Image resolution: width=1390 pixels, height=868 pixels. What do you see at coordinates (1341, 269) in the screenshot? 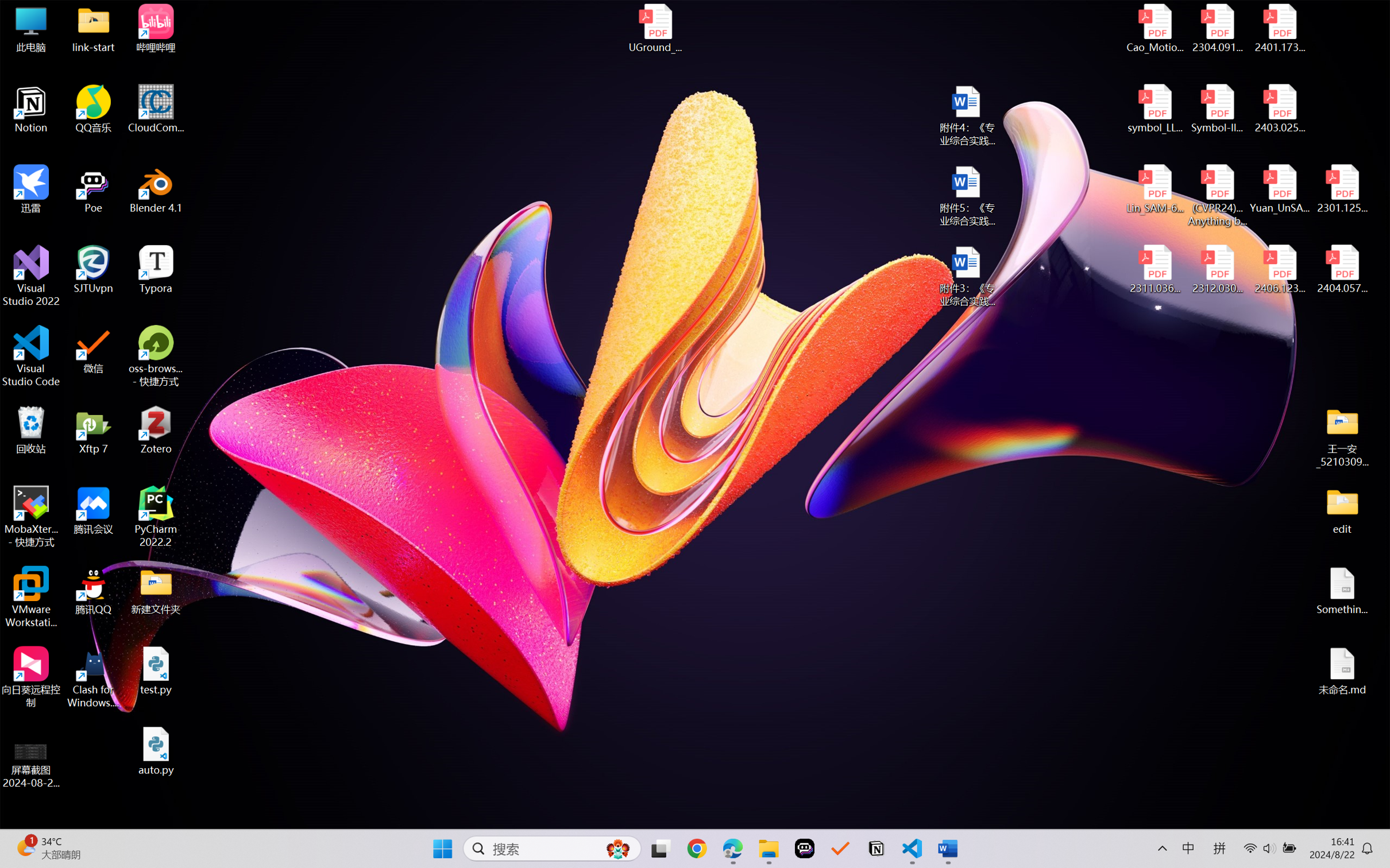
I see `'2404.05719v1.pdf'` at bounding box center [1341, 269].